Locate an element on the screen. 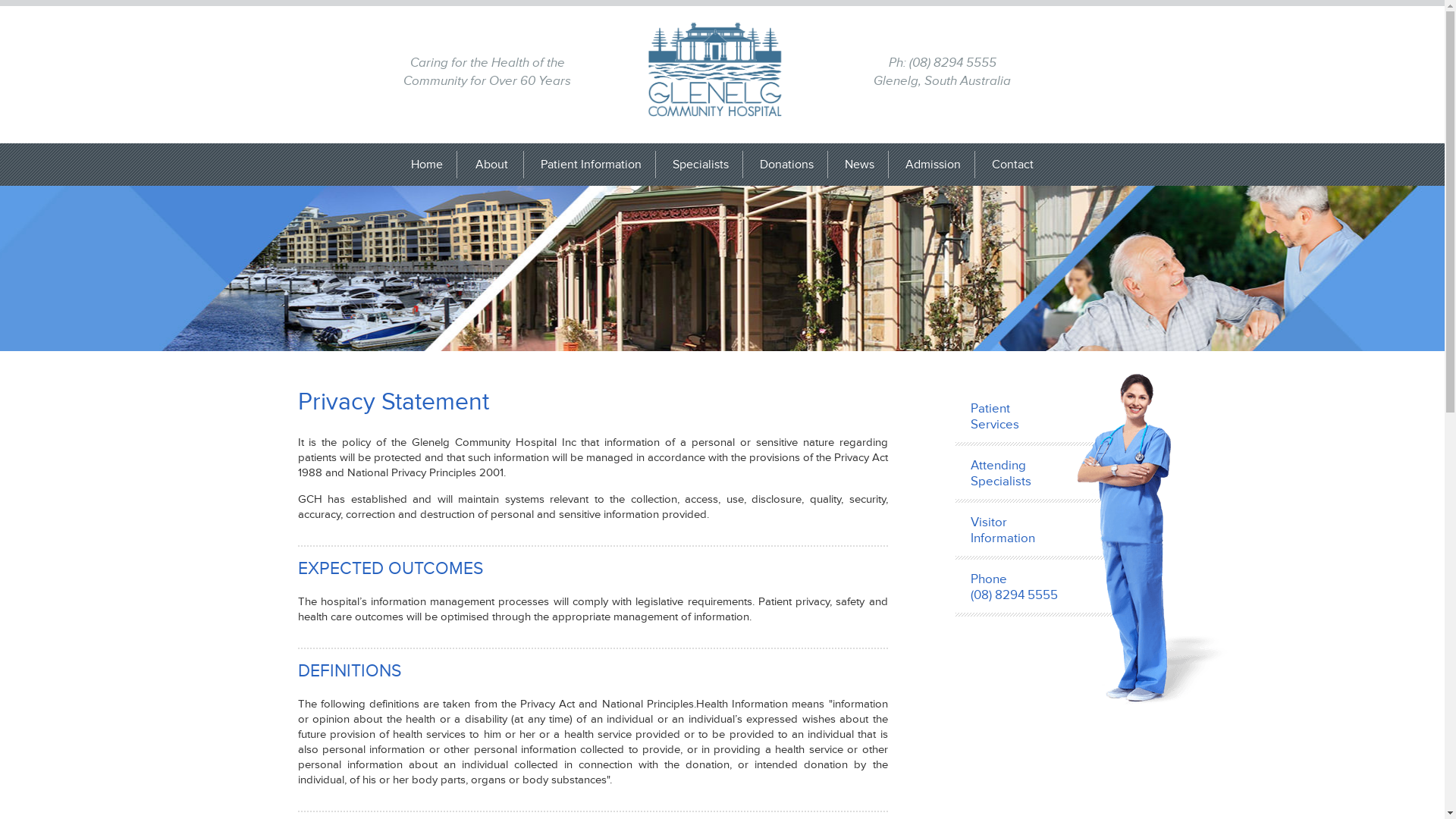 This screenshot has height=819, width=1456. 'Admission' is located at coordinates (932, 164).